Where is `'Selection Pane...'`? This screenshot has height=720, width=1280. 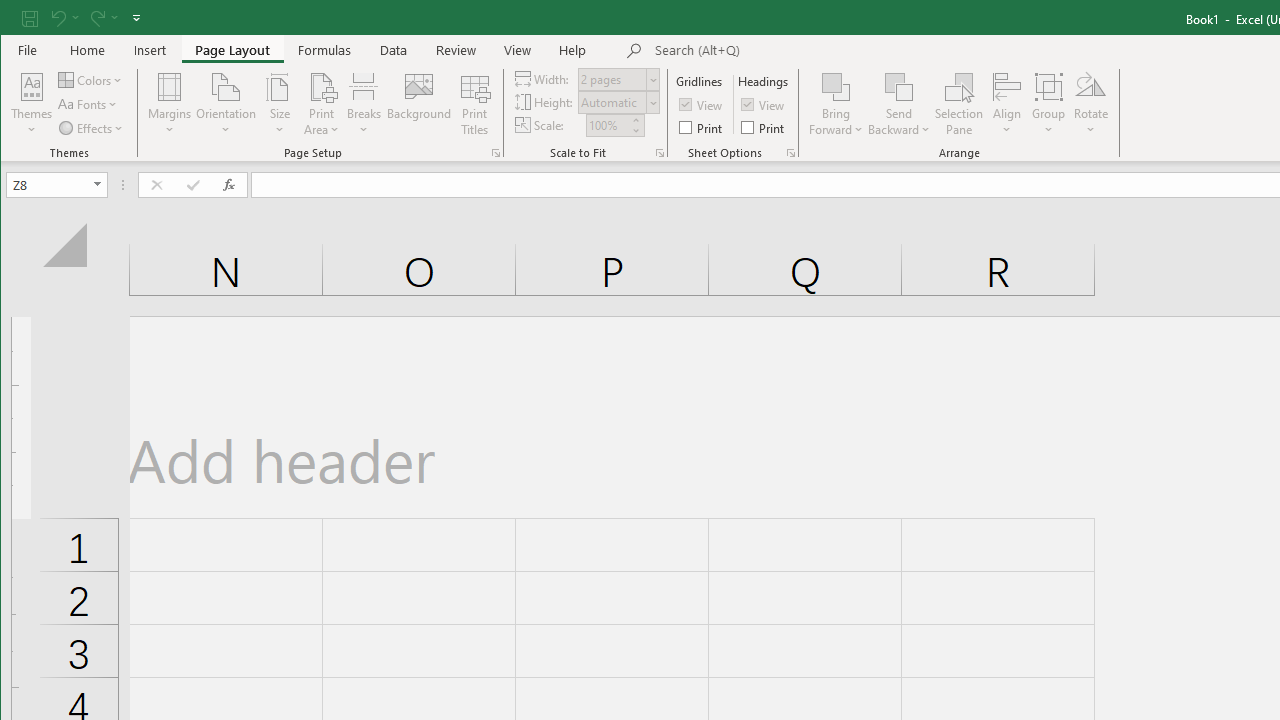
'Selection Pane...' is located at coordinates (958, 104).